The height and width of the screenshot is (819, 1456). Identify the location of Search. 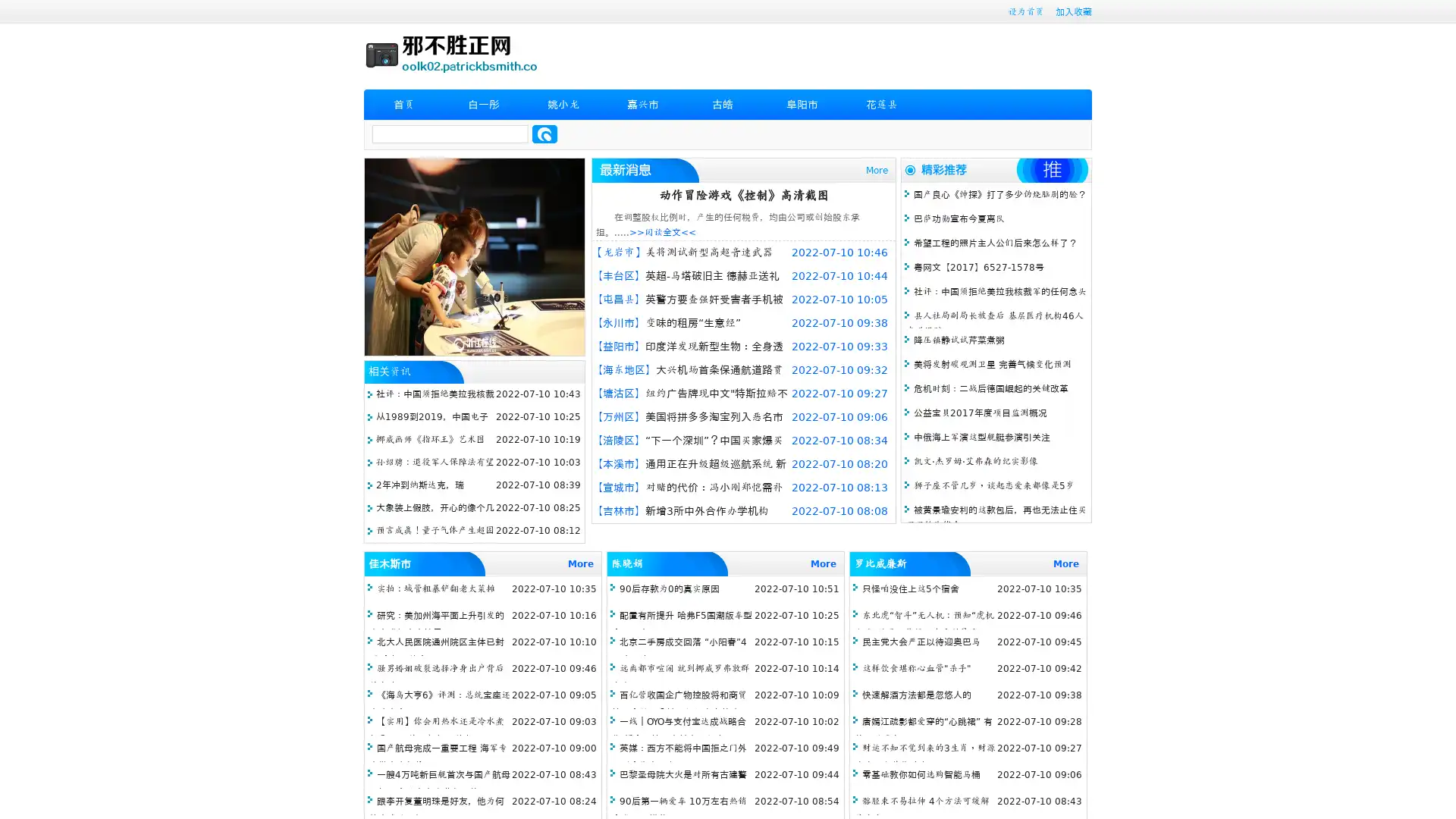
(544, 133).